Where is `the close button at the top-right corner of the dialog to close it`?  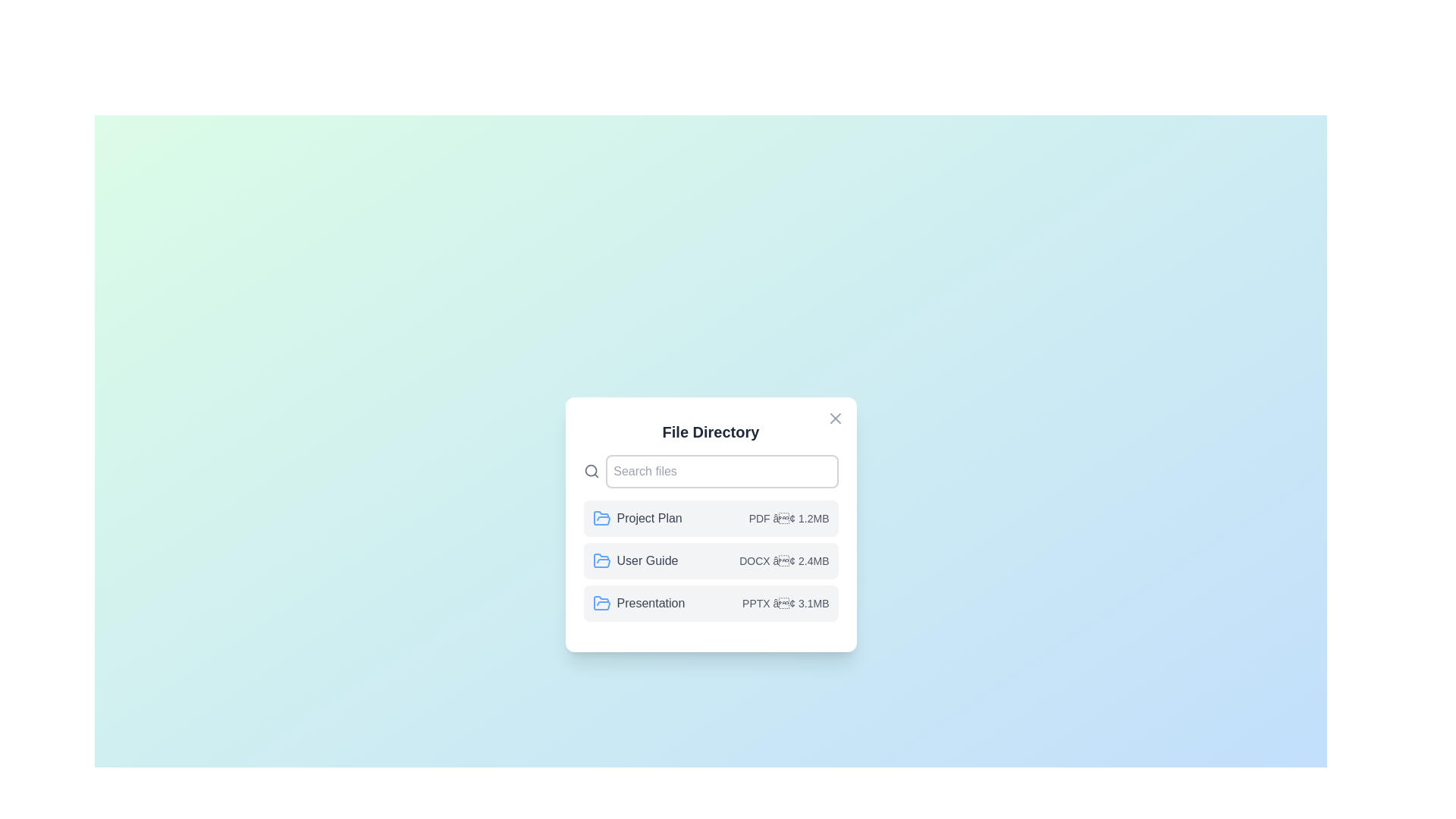 the close button at the top-right corner of the dialog to close it is located at coordinates (834, 418).